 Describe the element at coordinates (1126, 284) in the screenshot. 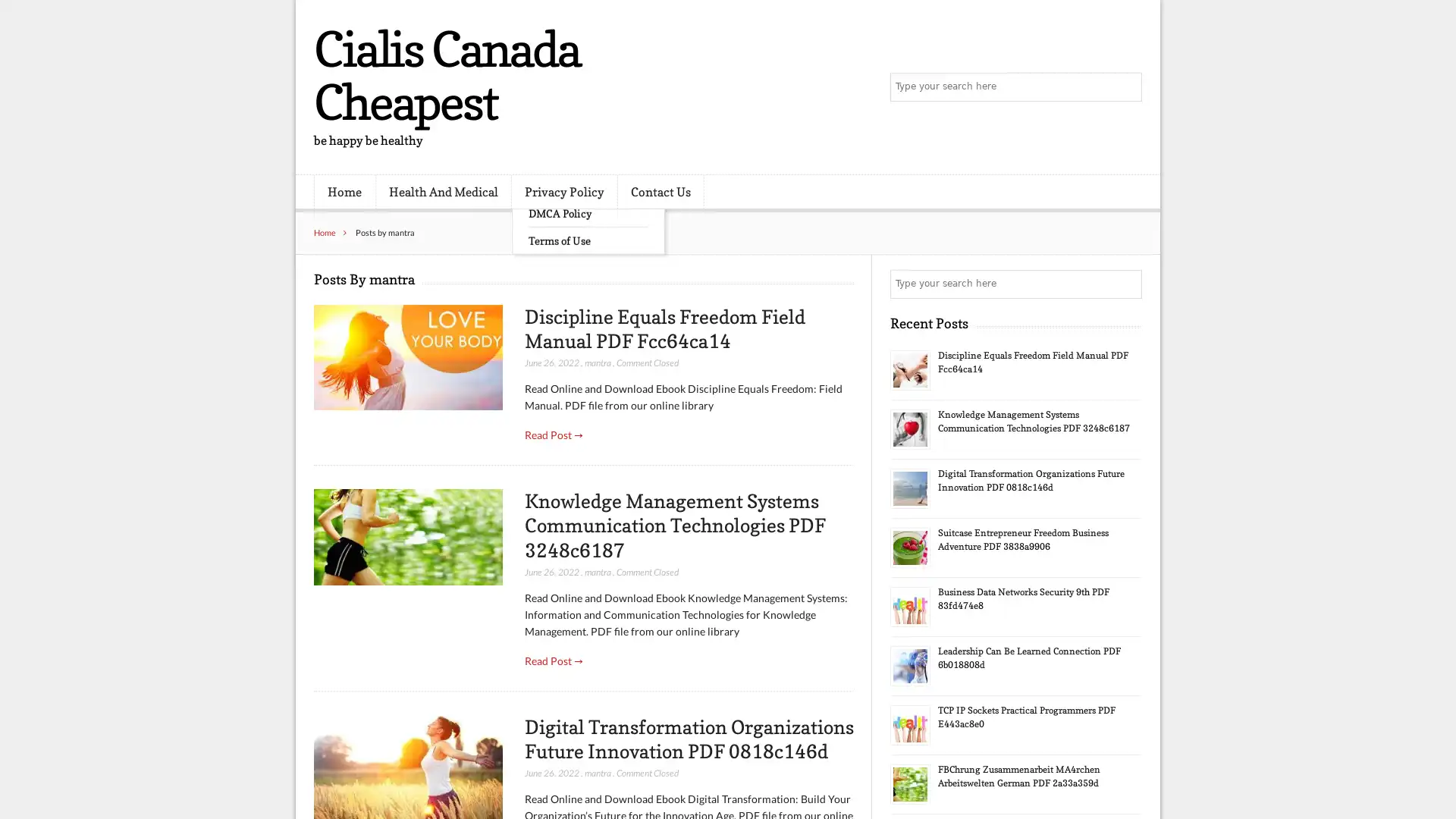

I see `Search` at that location.